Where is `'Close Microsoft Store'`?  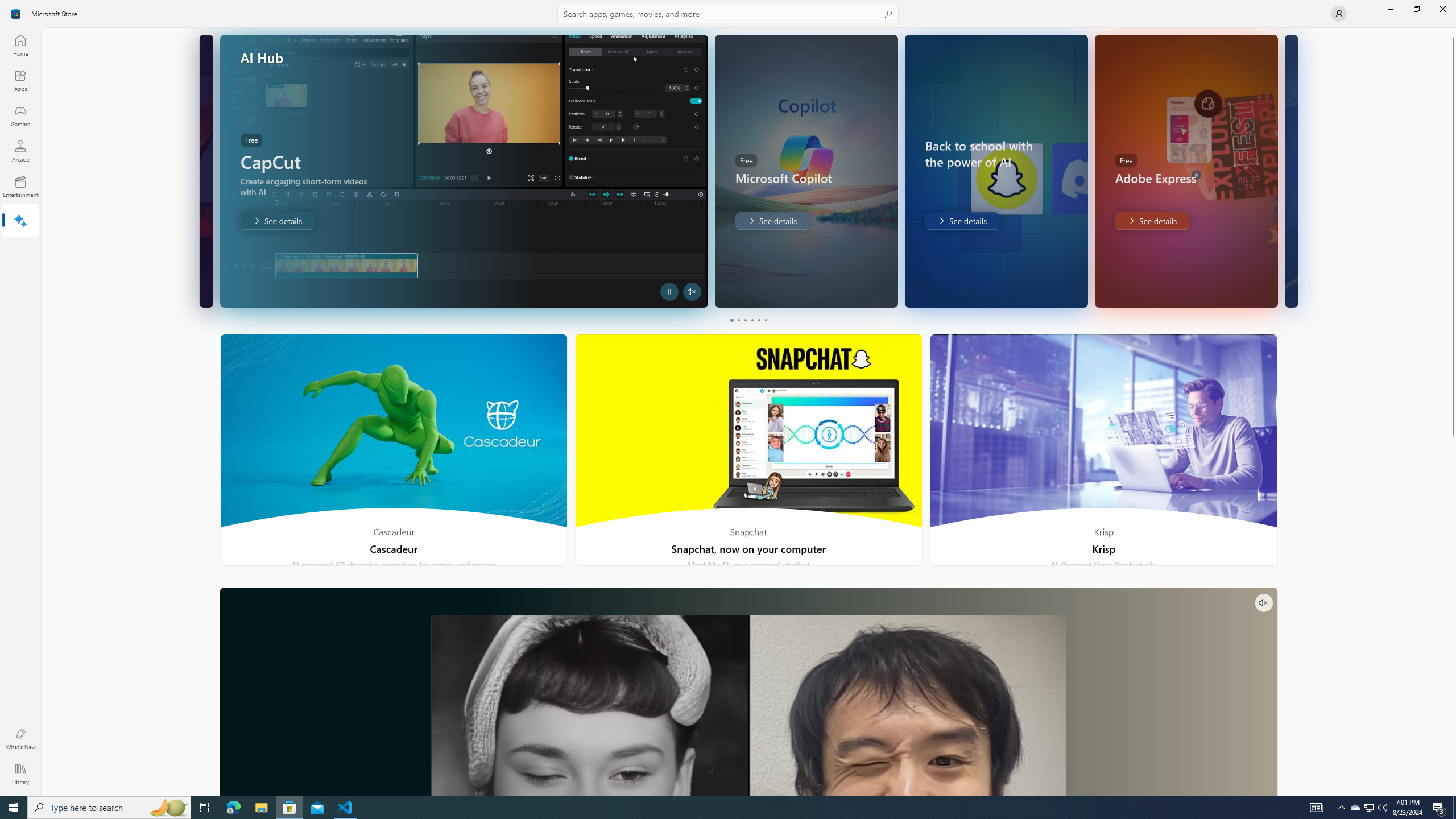 'Close Microsoft Store' is located at coordinates (1442, 9).